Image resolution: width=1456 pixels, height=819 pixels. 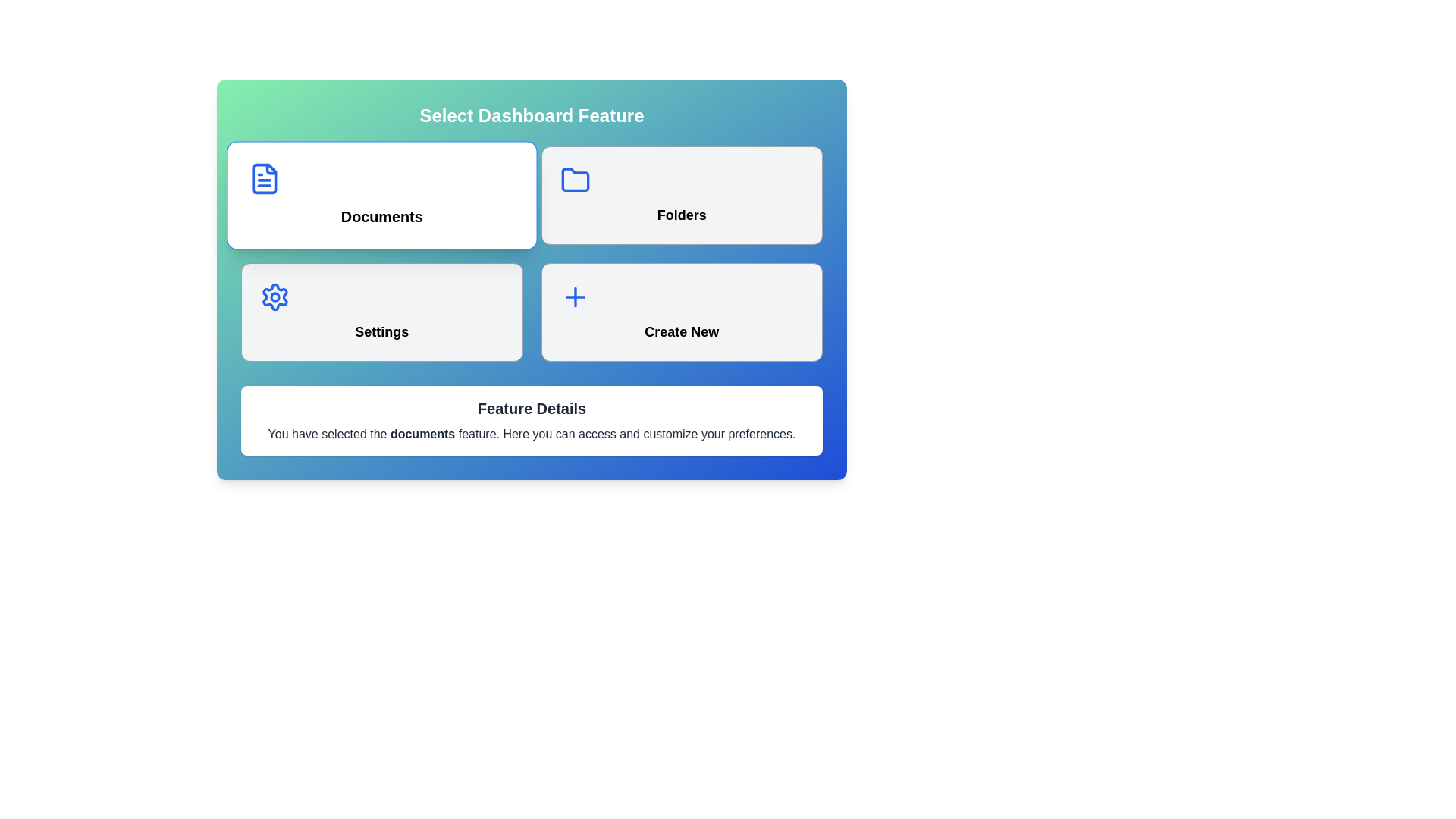 What do you see at coordinates (275, 297) in the screenshot?
I see `the settings icon` at bounding box center [275, 297].